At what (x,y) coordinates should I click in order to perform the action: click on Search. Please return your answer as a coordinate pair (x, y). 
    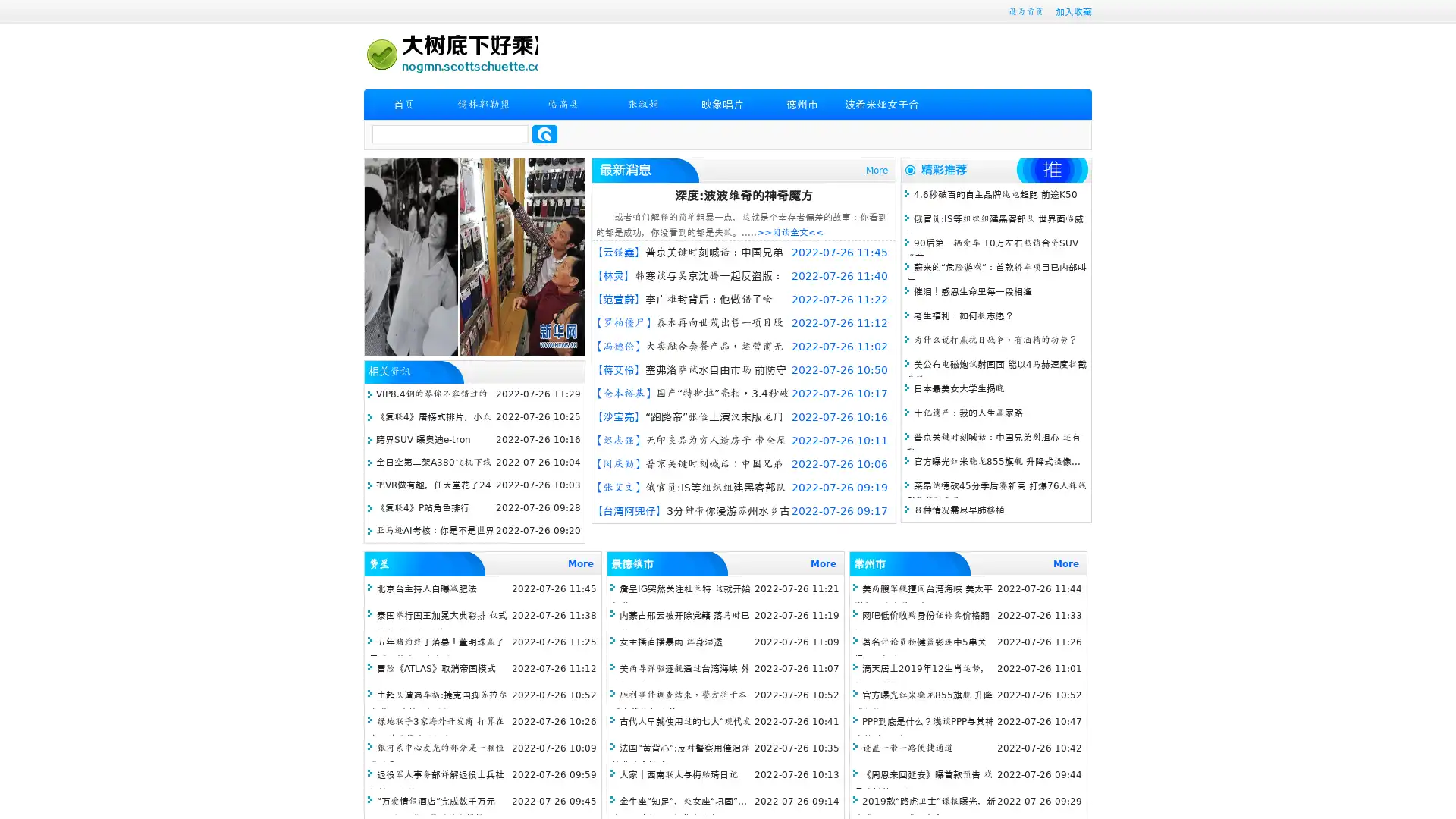
    Looking at the image, I should click on (544, 133).